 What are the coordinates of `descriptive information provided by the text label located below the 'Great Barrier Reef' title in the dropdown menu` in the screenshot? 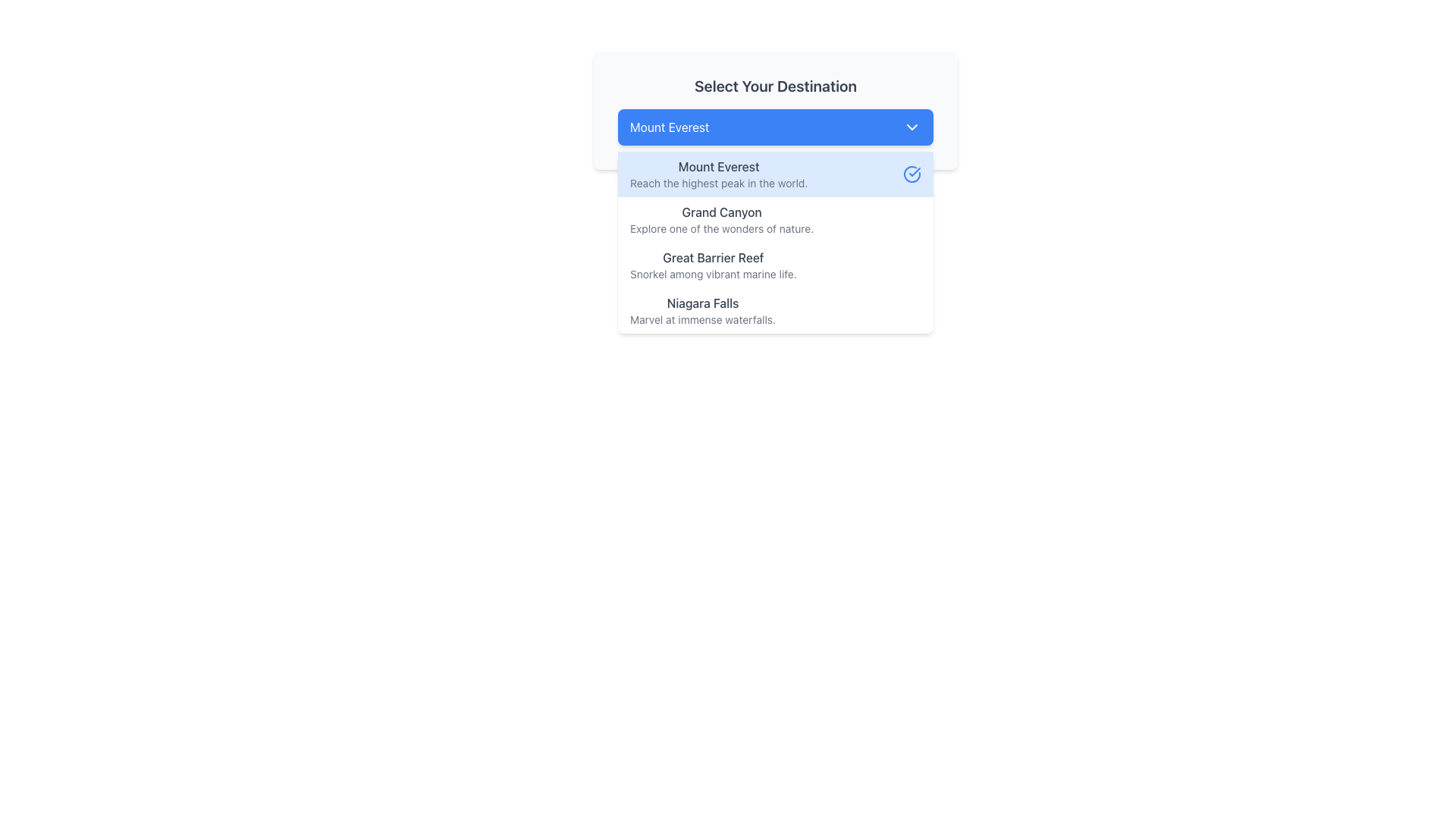 It's located at (712, 275).